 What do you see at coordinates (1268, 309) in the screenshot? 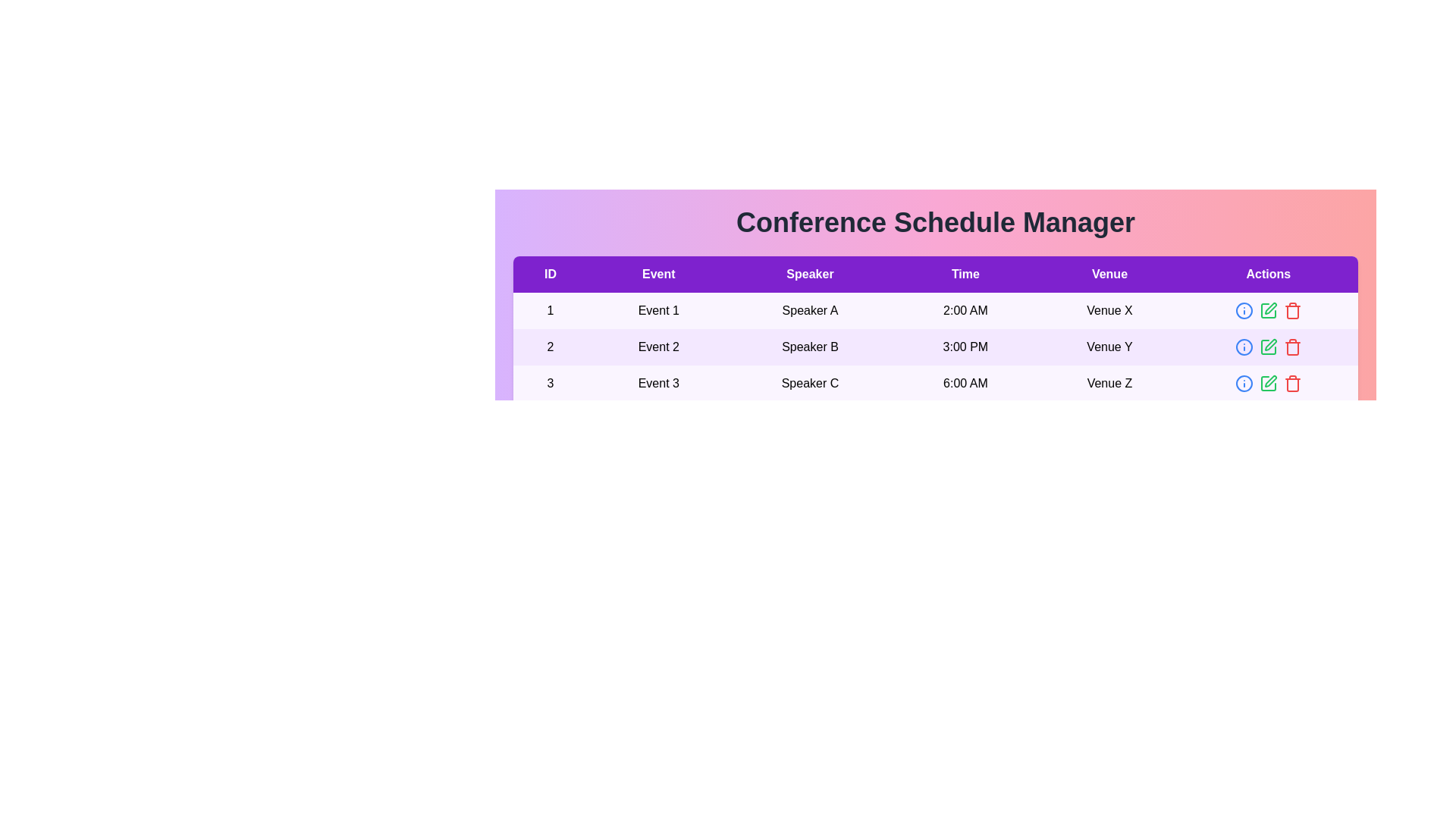
I see `'Edit' button for the event with ID 1` at bounding box center [1268, 309].